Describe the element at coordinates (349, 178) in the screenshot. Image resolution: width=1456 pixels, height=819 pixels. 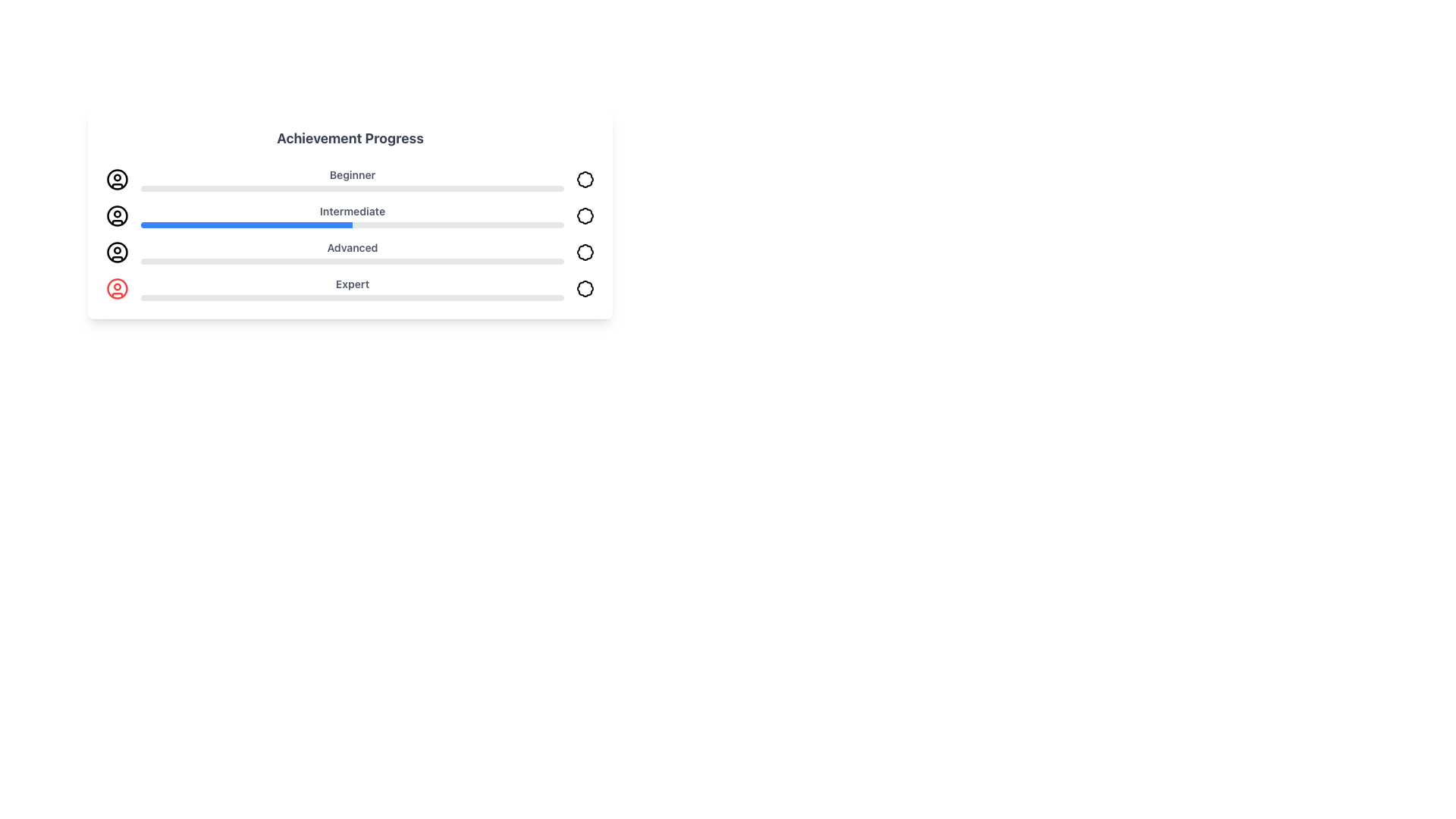
I see `the 'Beginner' achievement progress row, which features a green-outlined user icon, bold gray text, and a green-filled progress bar indicating 20% completion` at that location.